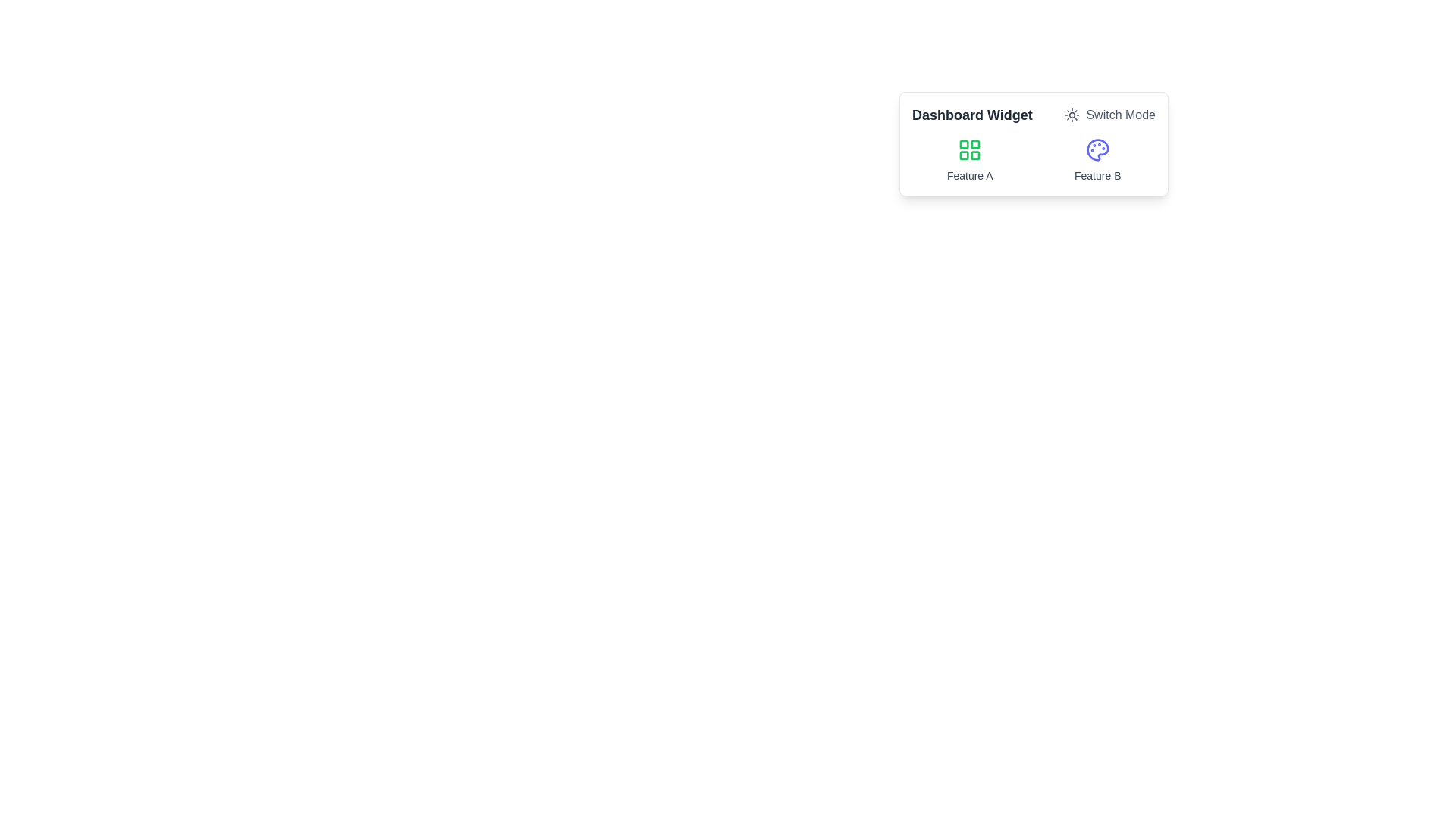 This screenshot has height=819, width=1456. What do you see at coordinates (964, 155) in the screenshot?
I see `the small green square with rounded corners located in the bottom-left corner of the 2x2 grid underneath the 'Feature A' label` at bounding box center [964, 155].